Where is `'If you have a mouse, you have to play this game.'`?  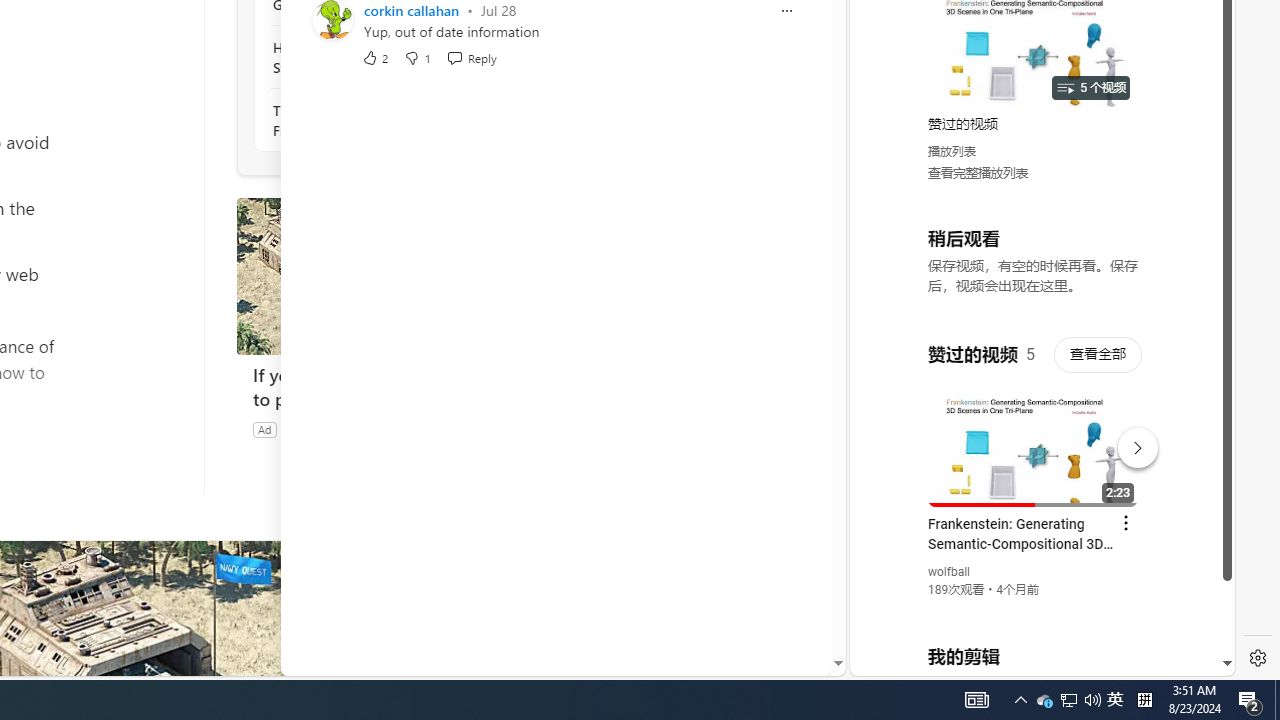
'If you have a mouse, you have to play this game.' is located at coordinates (386, 387).